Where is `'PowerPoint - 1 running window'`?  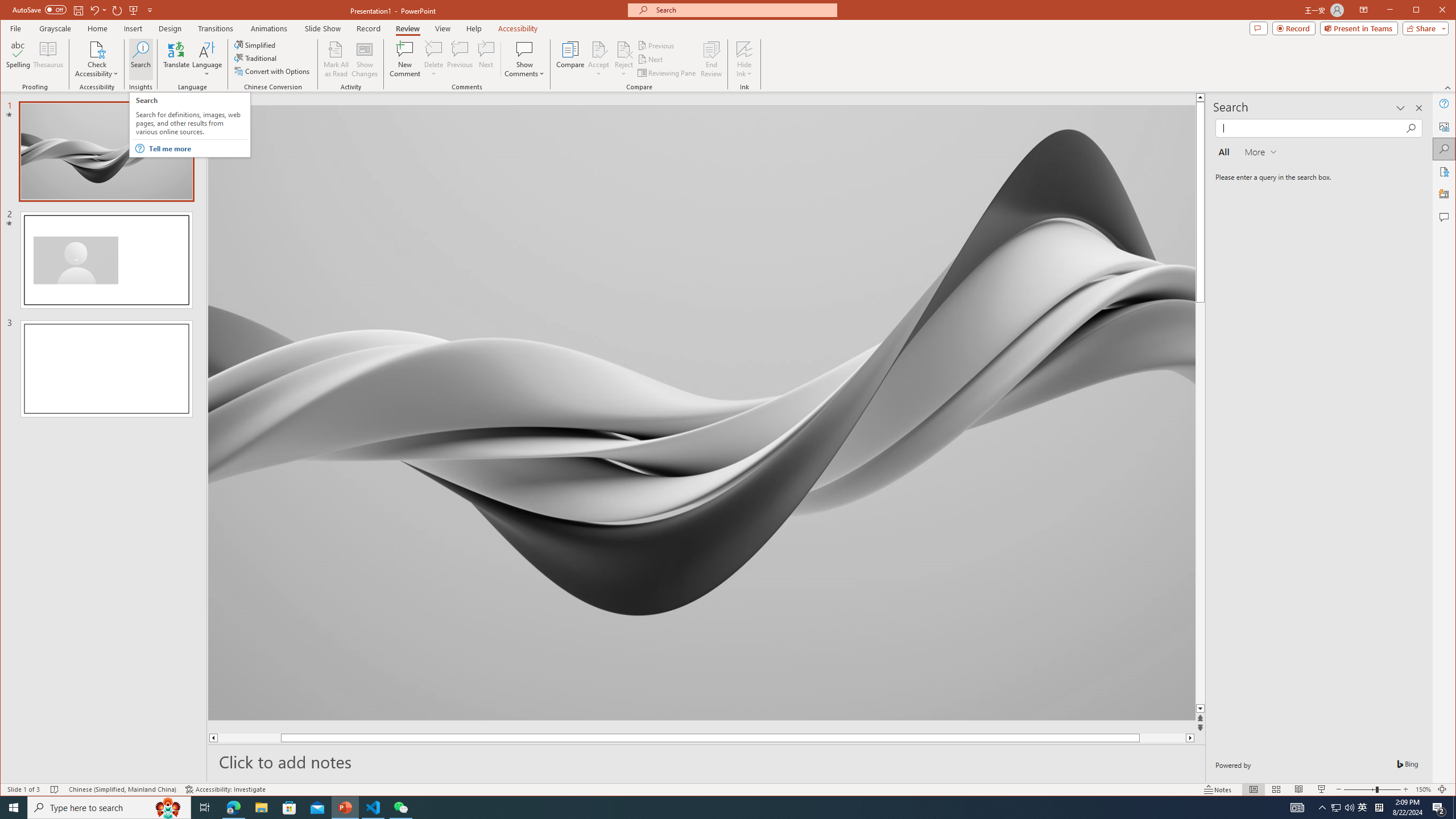
'PowerPoint - 1 running window' is located at coordinates (345, 806).